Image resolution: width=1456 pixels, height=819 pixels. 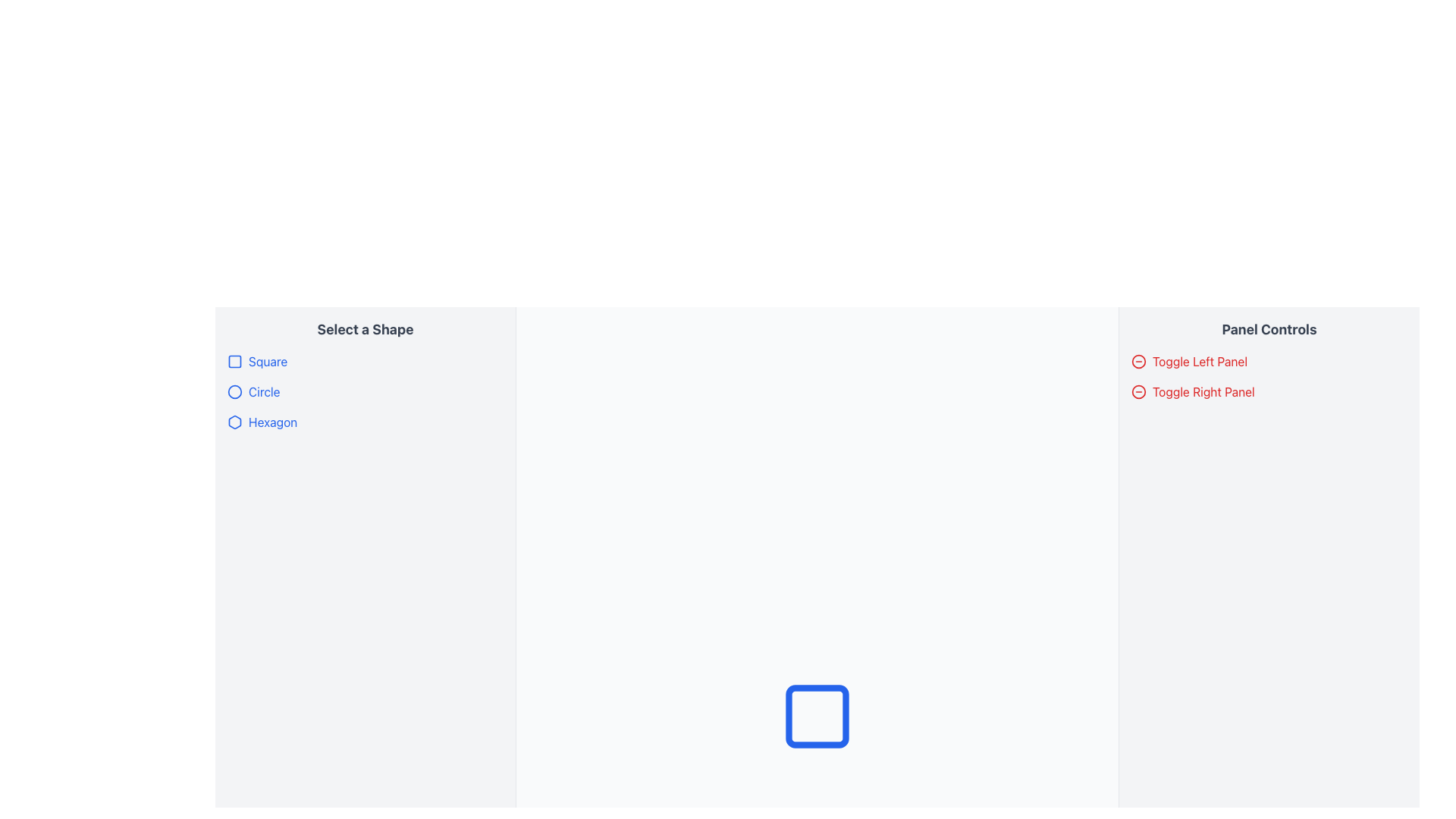 What do you see at coordinates (262, 422) in the screenshot?
I see `the 'Hexagon' button` at bounding box center [262, 422].